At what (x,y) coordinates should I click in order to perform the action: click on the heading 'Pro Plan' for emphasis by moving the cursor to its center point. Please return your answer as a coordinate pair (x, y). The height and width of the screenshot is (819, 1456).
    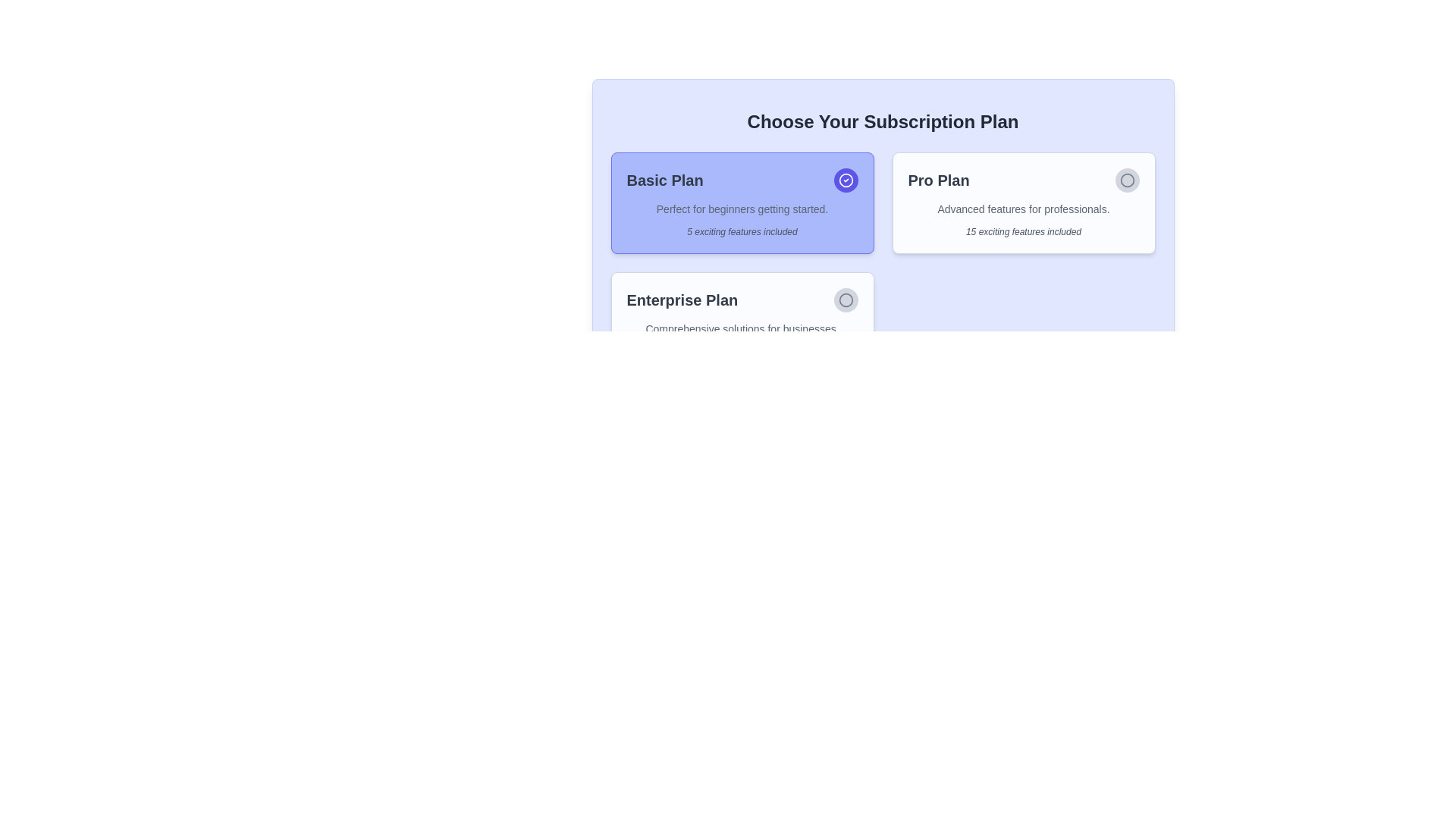
    Looking at the image, I should click on (1023, 180).